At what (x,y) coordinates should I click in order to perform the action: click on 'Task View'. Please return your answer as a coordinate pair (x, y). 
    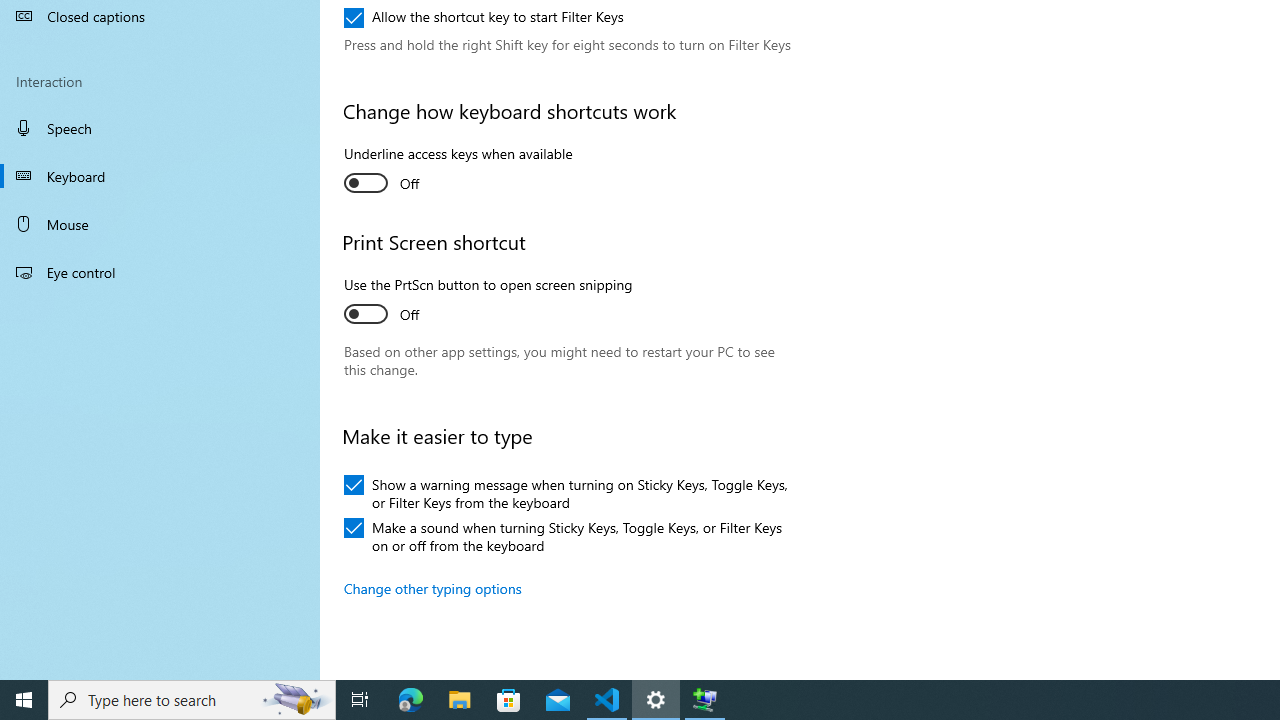
    Looking at the image, I should click on (359, 698).